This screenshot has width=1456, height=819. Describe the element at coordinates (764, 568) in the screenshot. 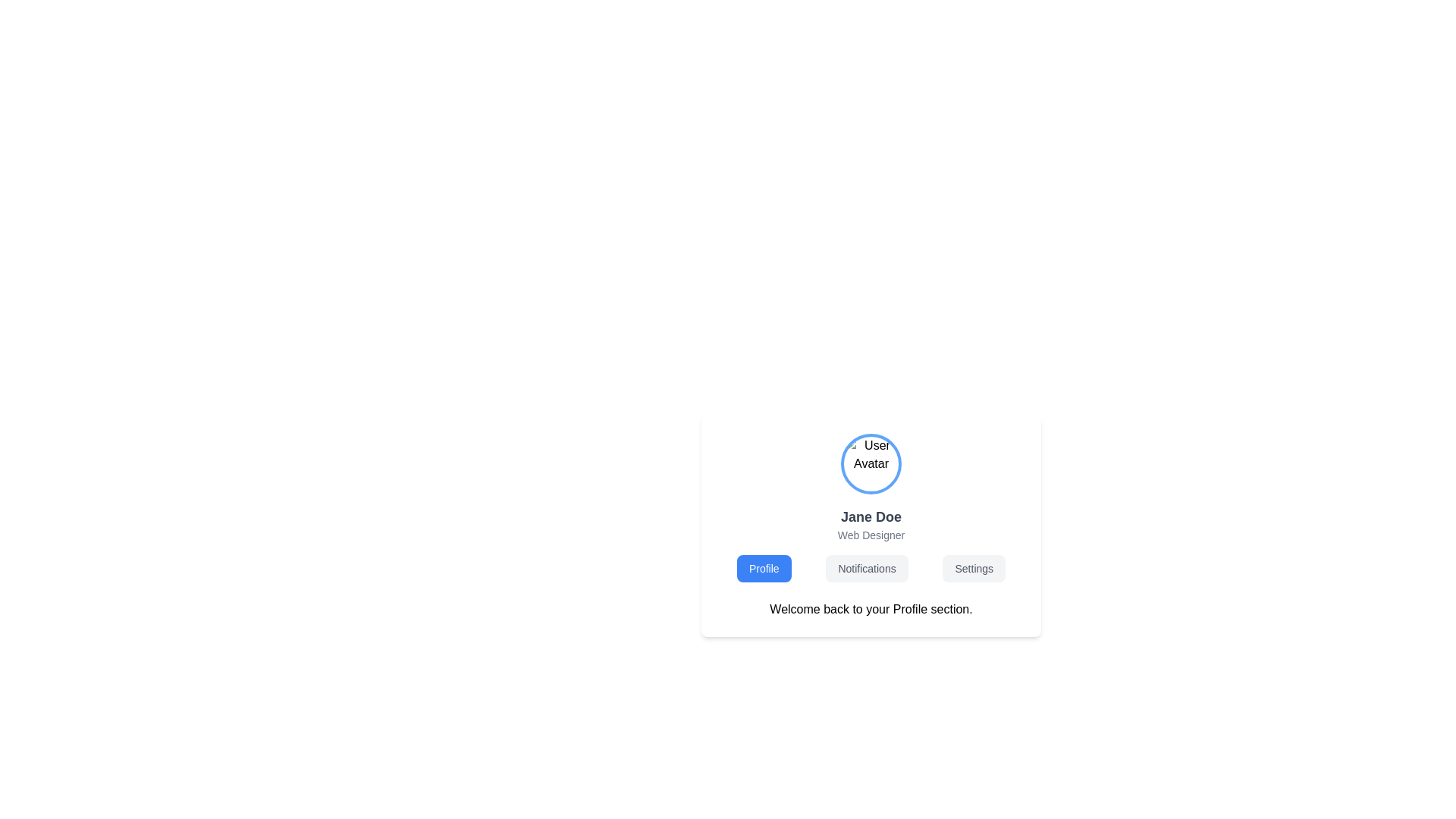

I see `the 'Profile' button, which has a blue background and white text` at that location.